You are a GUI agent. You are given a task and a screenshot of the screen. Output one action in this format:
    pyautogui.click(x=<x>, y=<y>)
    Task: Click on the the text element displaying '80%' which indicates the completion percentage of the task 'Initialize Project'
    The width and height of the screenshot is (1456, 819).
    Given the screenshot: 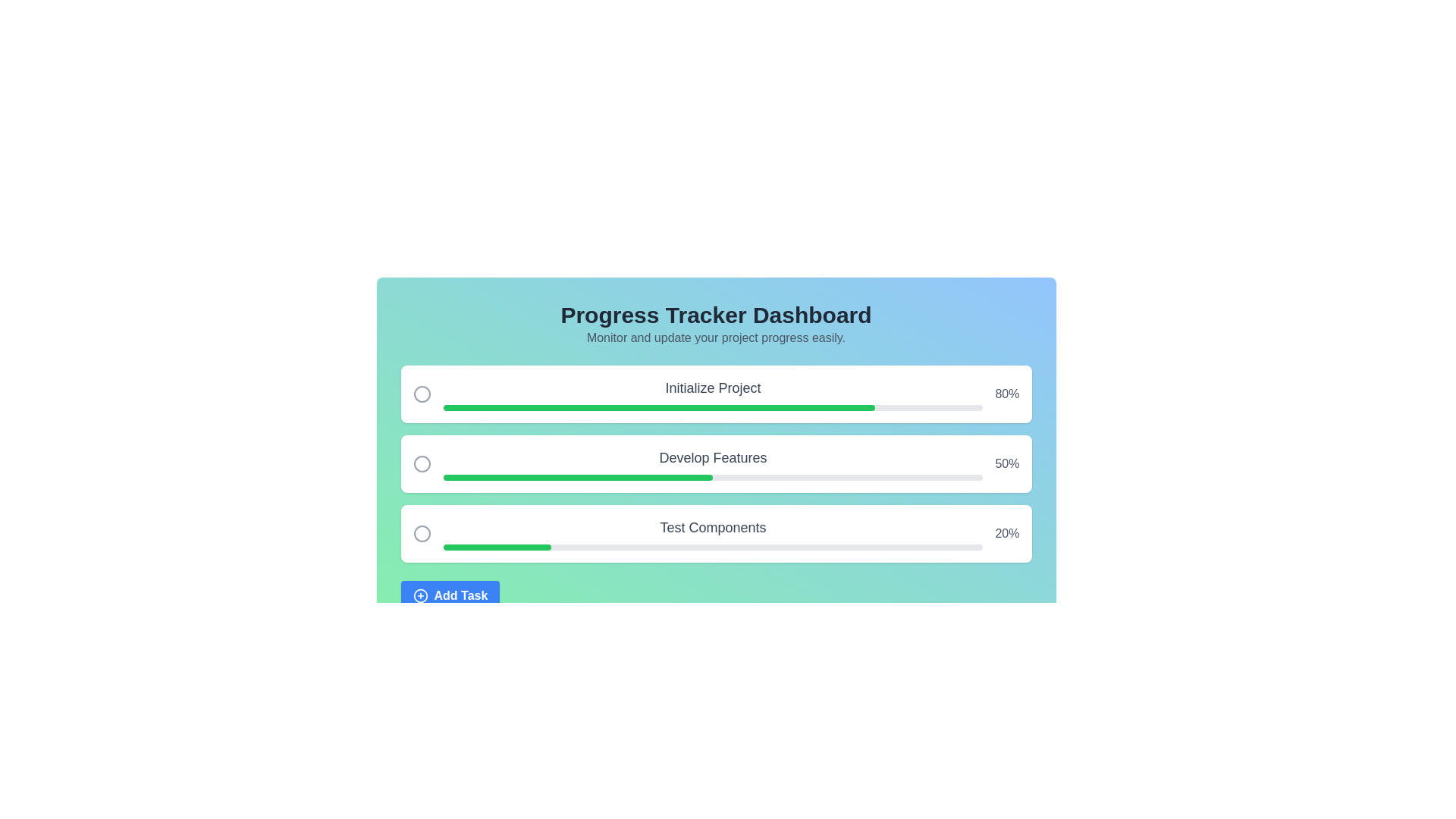 What is the action you would take?
    pyautogui.click(x=1007, y=394)
    